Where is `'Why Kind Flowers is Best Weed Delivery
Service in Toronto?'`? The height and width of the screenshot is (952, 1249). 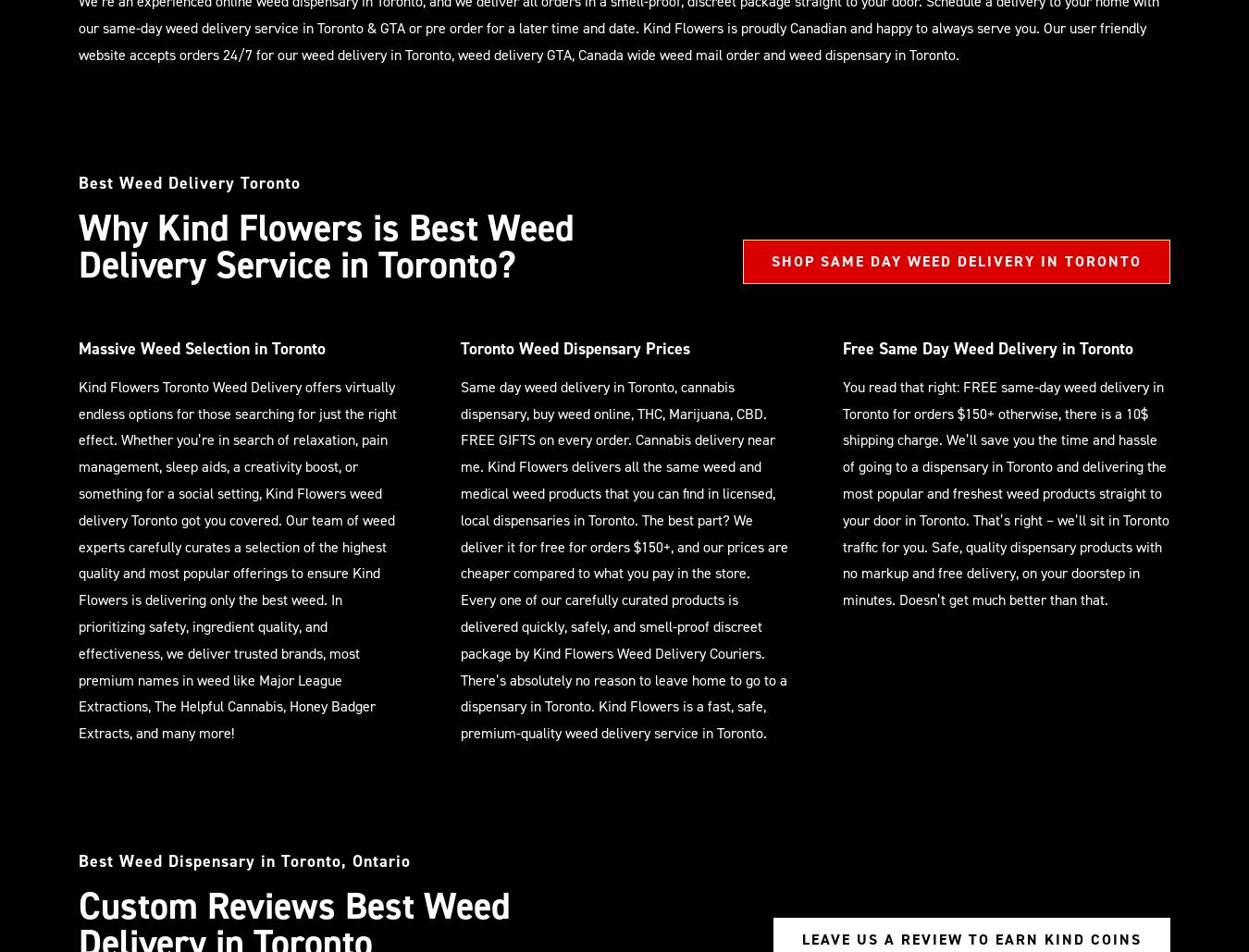
'Why Kind Flowers is Best Weed Delivery
Service in Toronto?' is located at coordinates (327, 245).